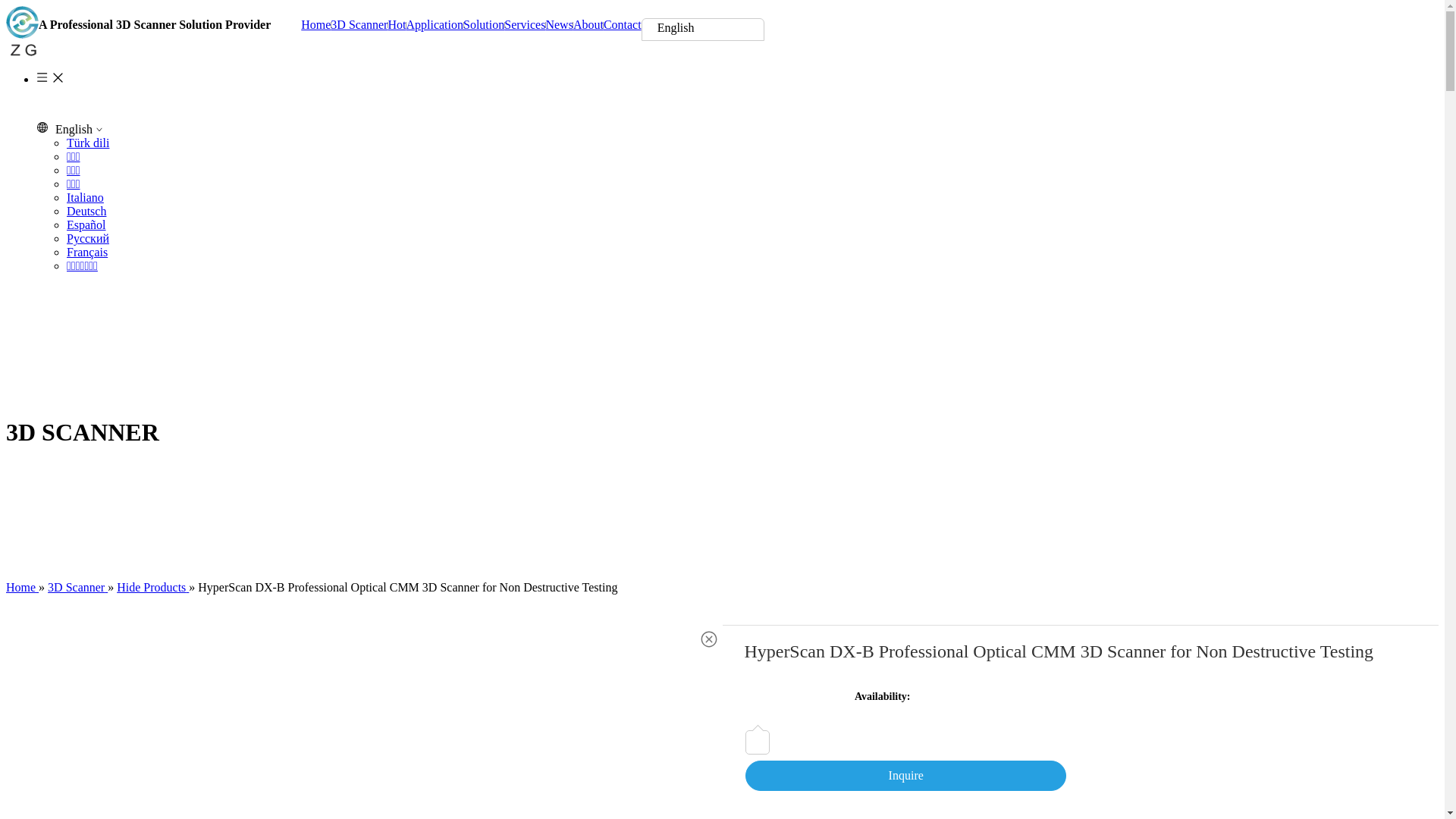 This screenshot has height=819, width=1456. What do you see at coordinates (84, 196) in the screenshot?
I see `'Italiano'` at bounding box center [84, 196].